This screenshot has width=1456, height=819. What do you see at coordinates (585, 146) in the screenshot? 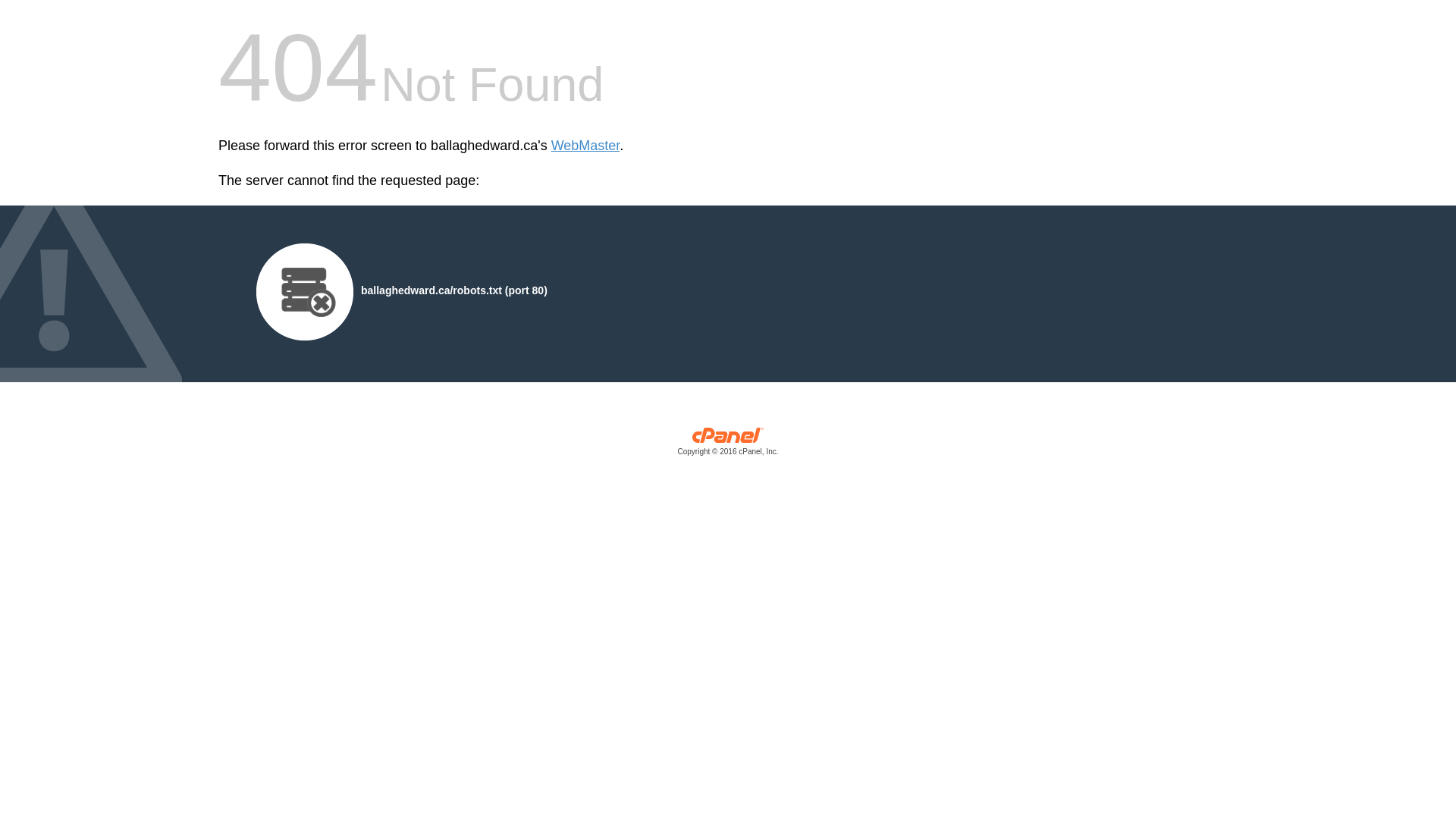
I see `'WebMaster'` at bounding box center [585, 146].